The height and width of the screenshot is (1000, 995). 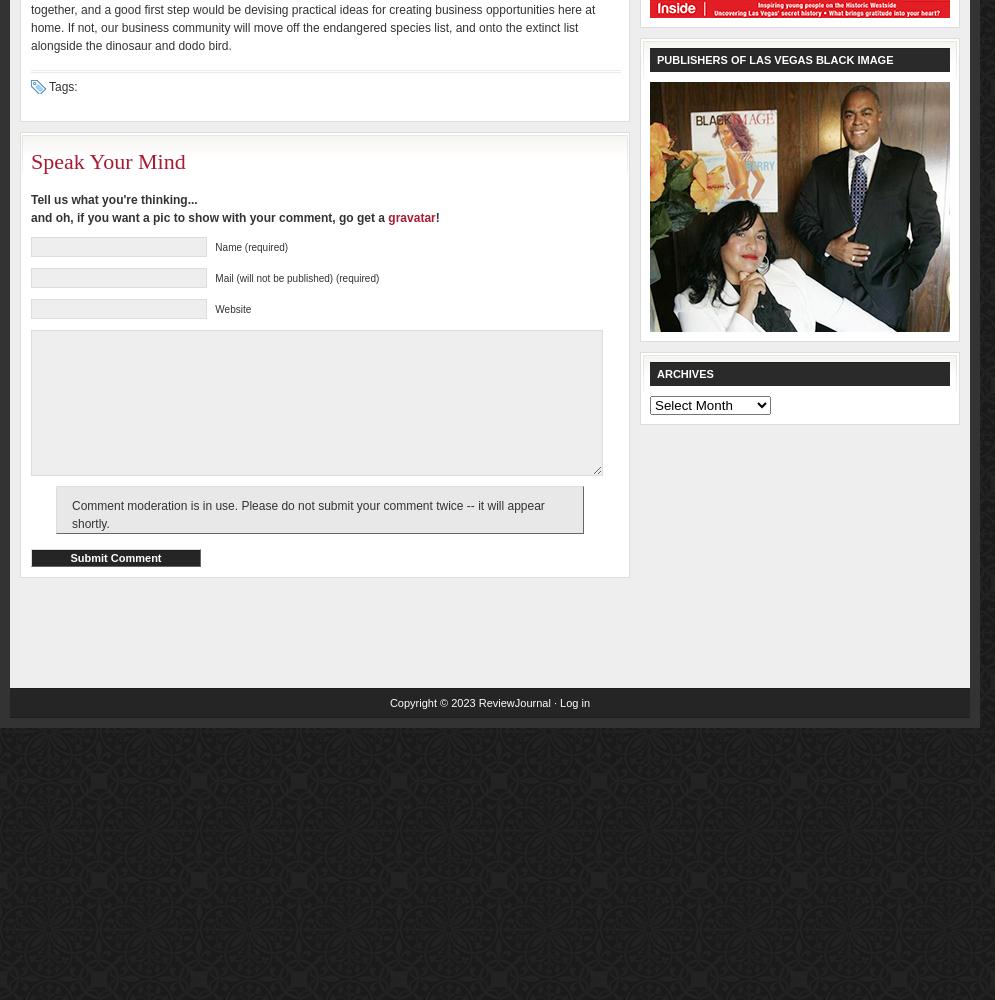 I want to click on '!', so click(x=436, y=217).